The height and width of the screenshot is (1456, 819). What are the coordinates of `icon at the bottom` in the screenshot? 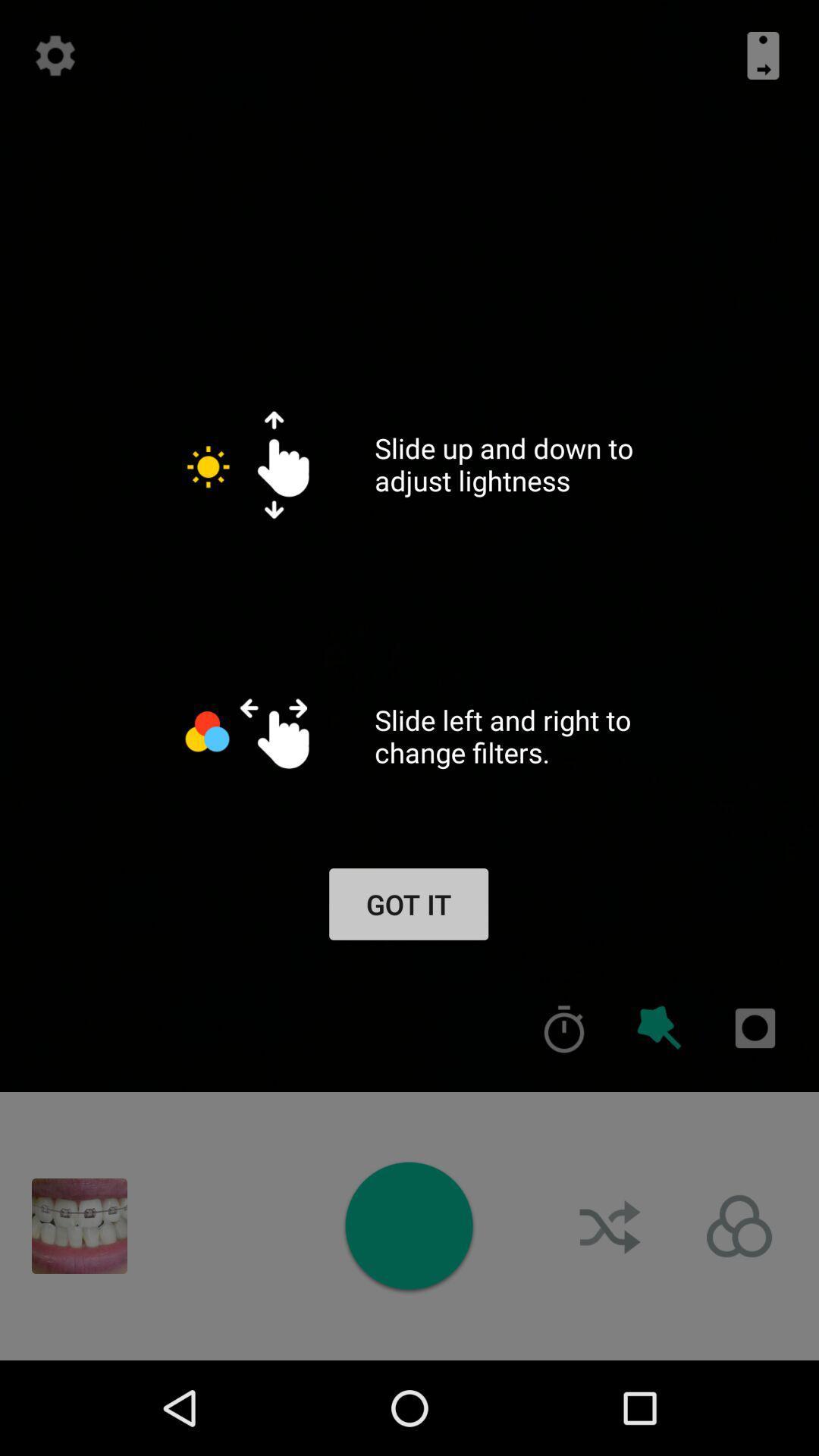 It's located at (408, 1225).